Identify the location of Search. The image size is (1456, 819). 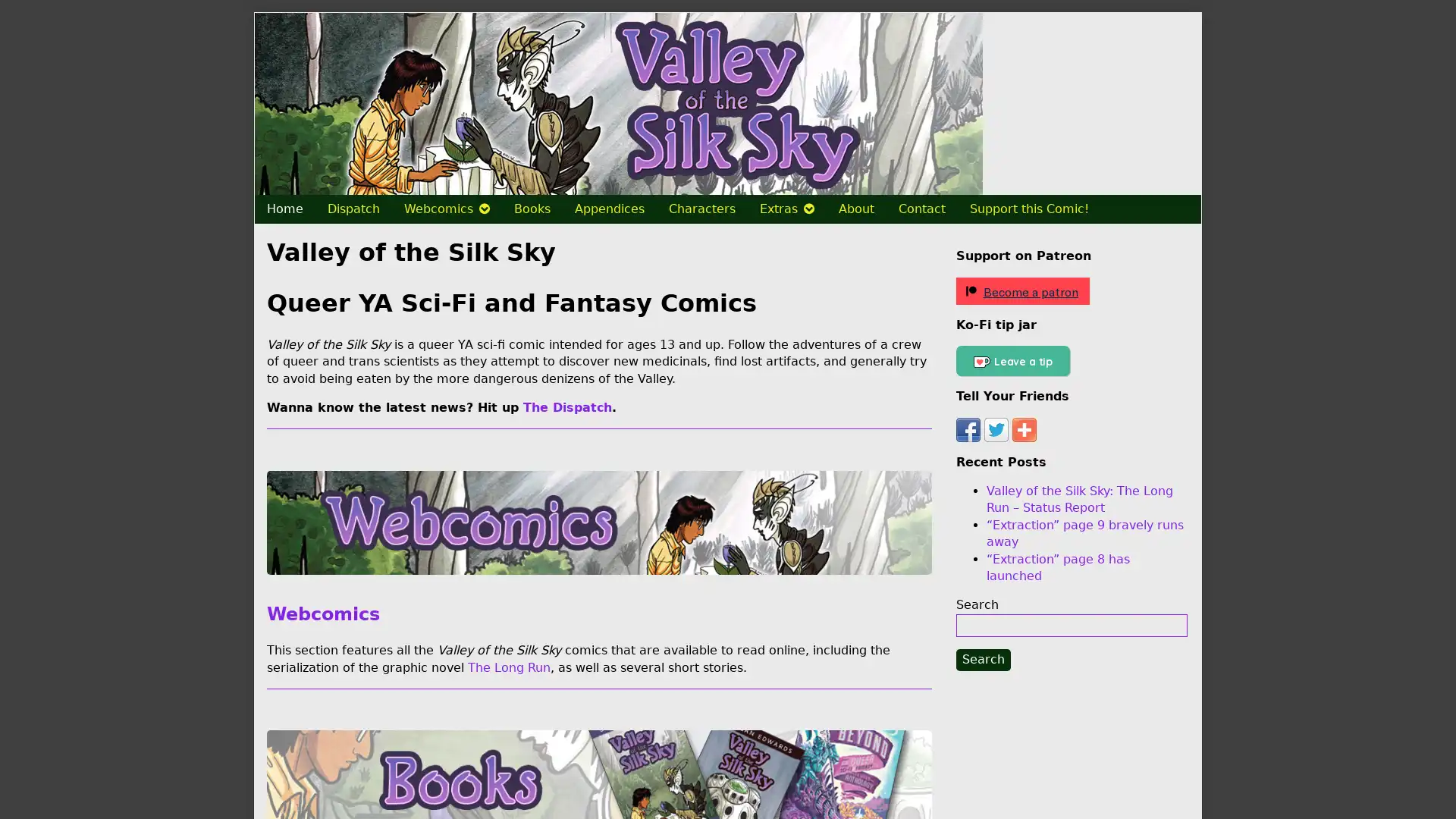
(983, 659).